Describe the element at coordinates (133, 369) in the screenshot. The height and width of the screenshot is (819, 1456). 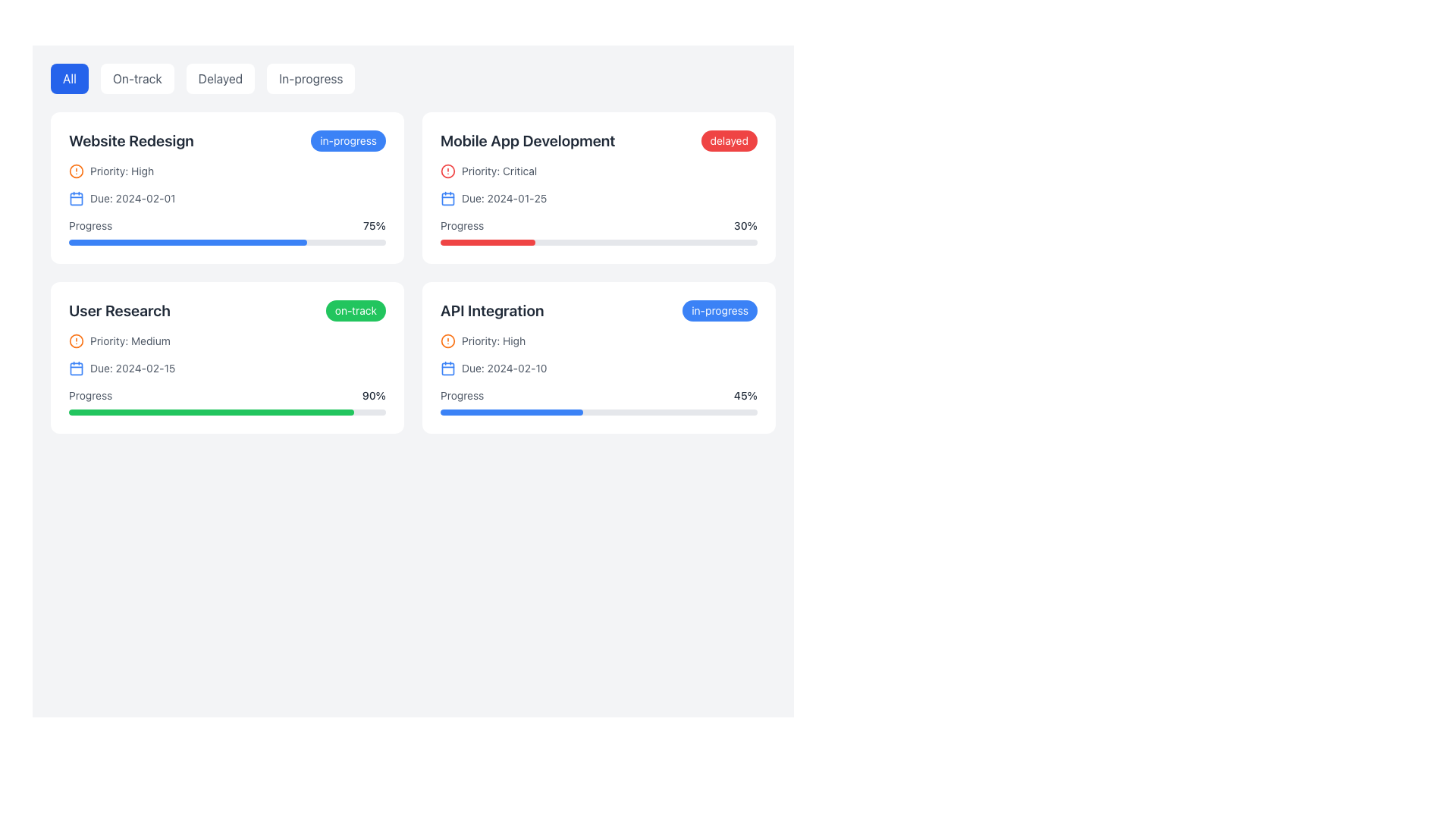
I see `the due date text label located beneath the 'Priority: Medium' label within the 'User Research' card, which is next to a small blue calendar icon` at that location.